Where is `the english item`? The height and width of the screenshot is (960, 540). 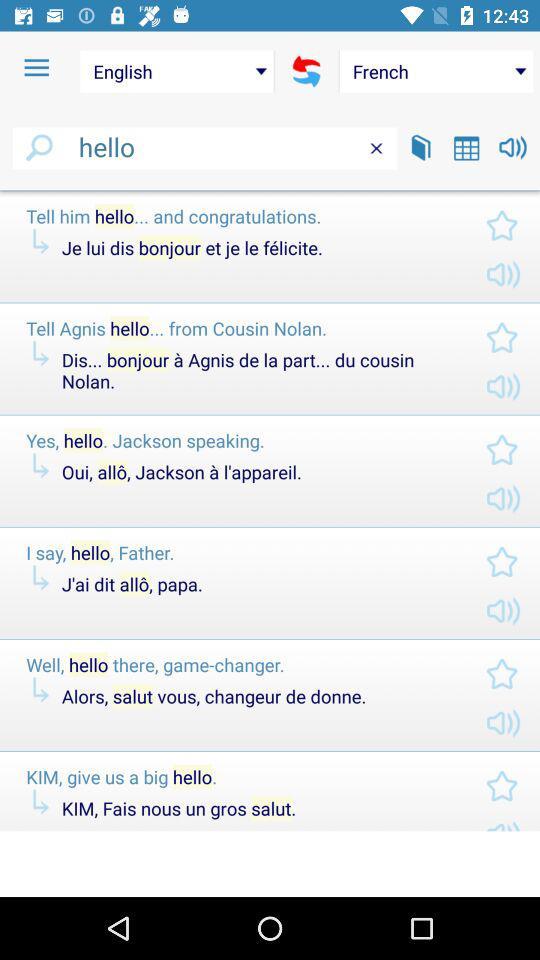 the english item is located at coordinates (177, 71).